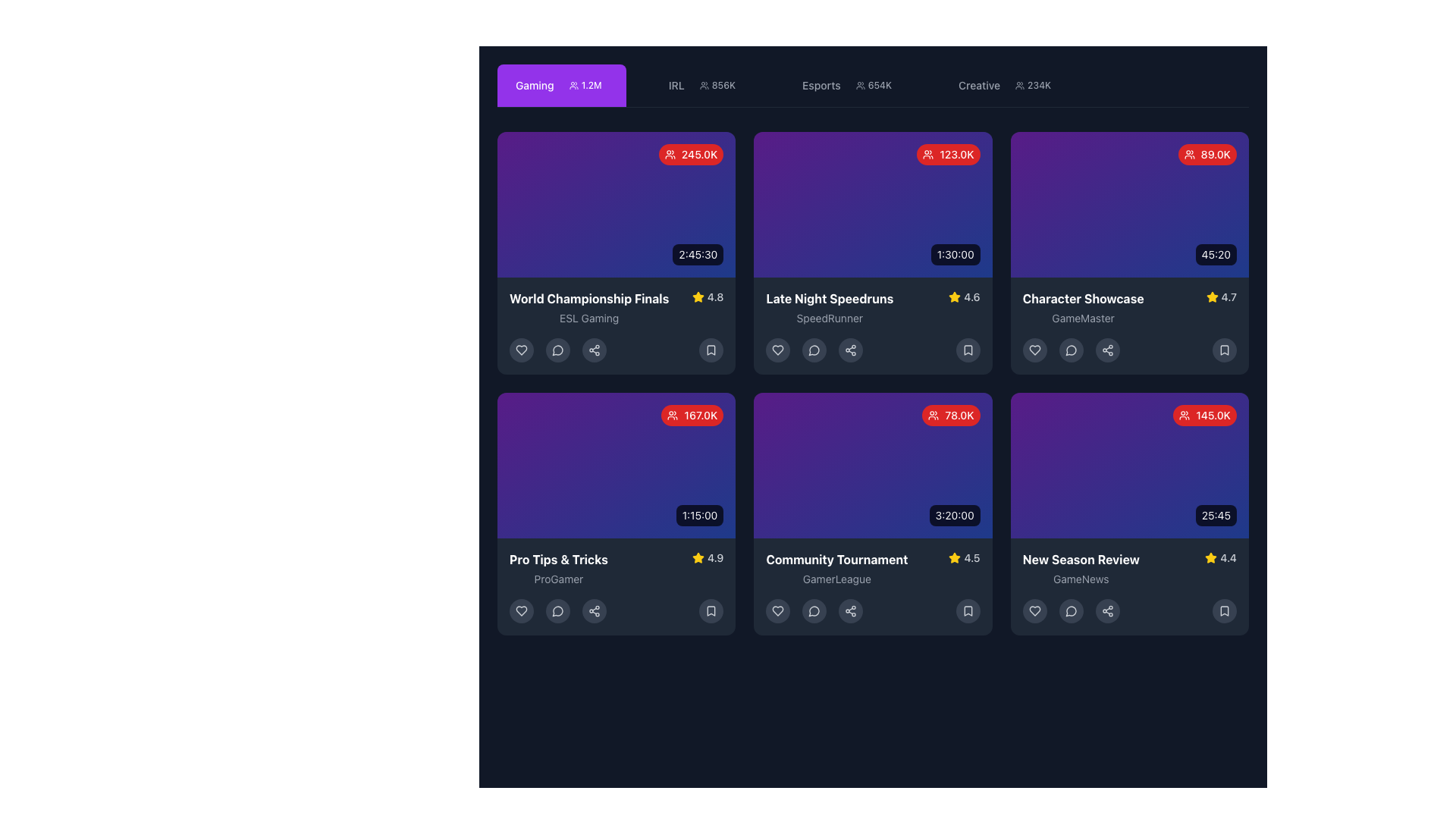 The width and height of the screenshot is (1456, 819). Describe the element at coordinates (778, 610) in the screenshot. I see `the heart icon located in the second-to-last card of the bottom row in the grid of media content to mark it as favorite or like` at that location.